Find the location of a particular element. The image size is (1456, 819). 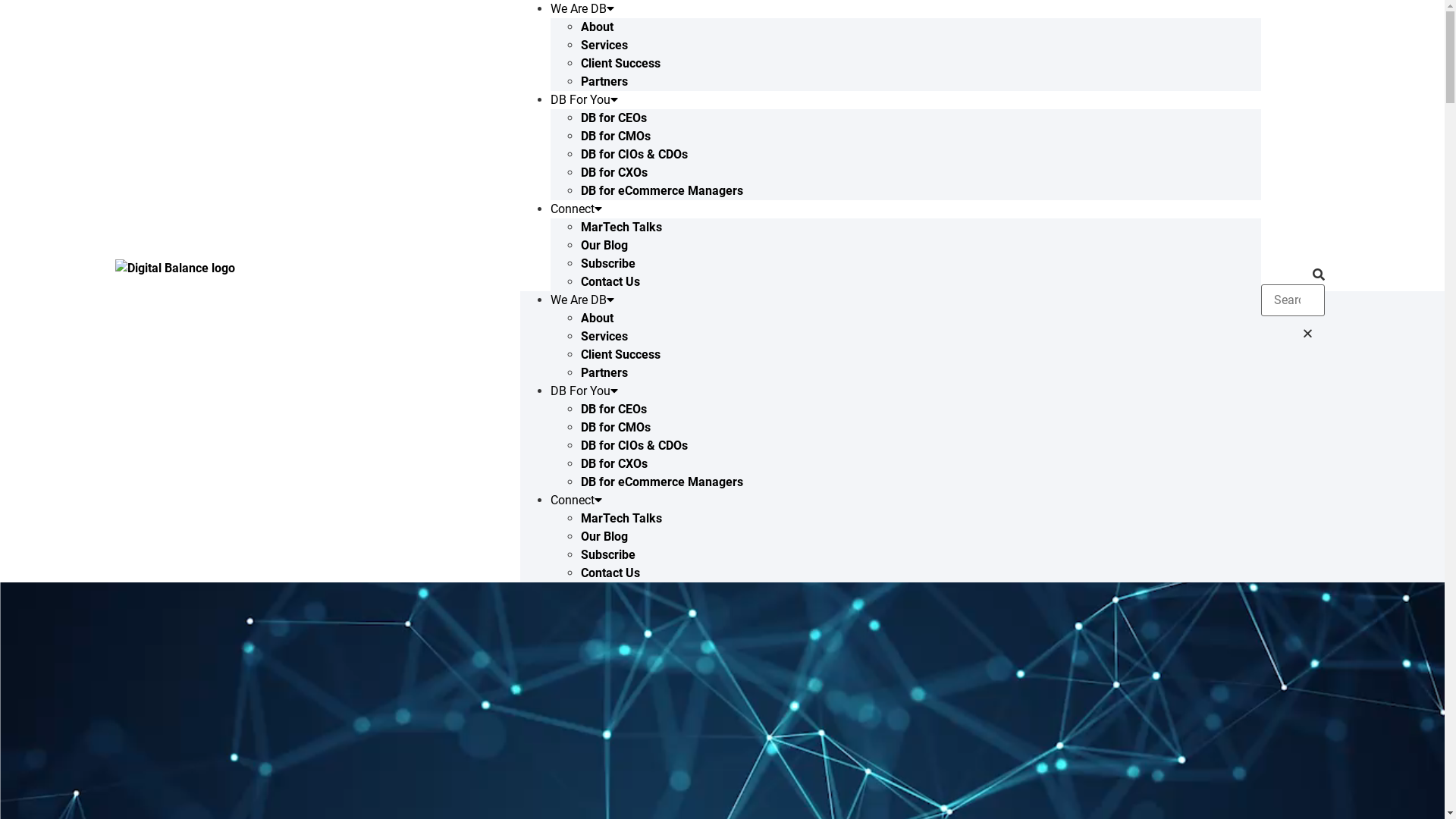

'DB for CMOs' is located at coordinates (615, 427).